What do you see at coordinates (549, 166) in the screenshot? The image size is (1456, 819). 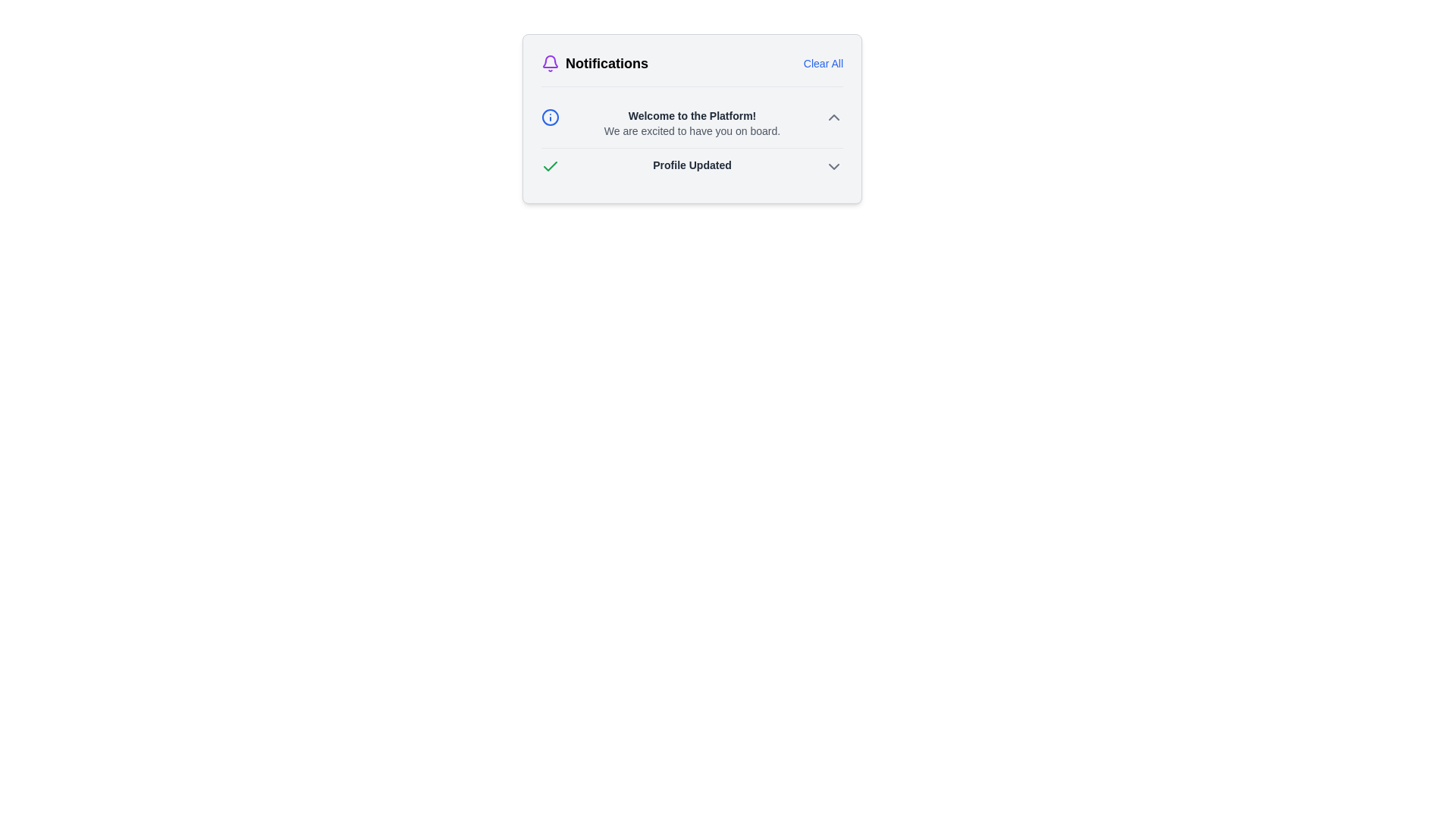 I see `the green check mark icon representing a successful action, located in the second notification preceding the text 'Profile Updated'` at bounding box center [549, 166].